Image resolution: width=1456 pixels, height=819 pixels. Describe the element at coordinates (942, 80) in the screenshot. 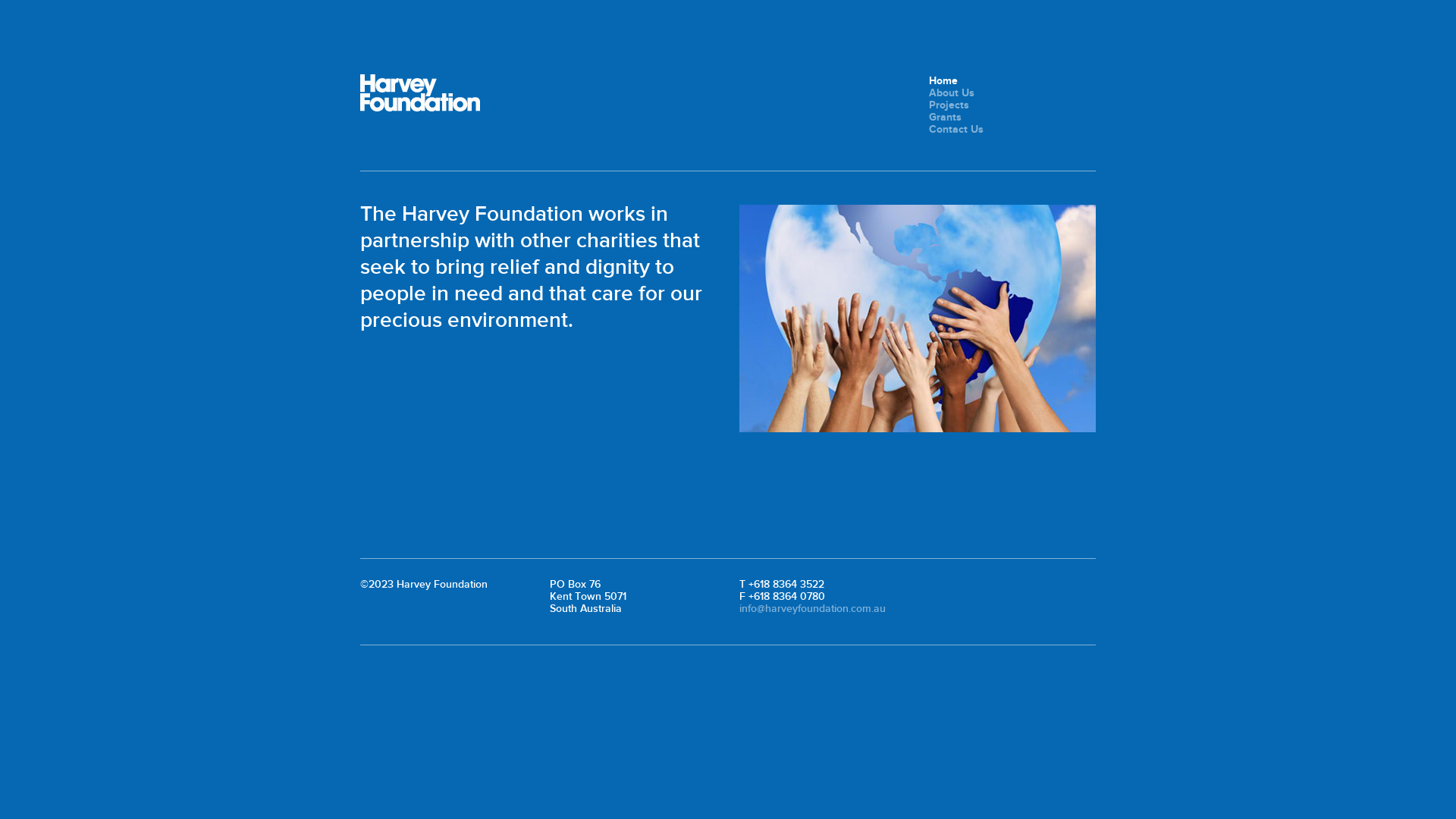

I see `'Home'` at that location.